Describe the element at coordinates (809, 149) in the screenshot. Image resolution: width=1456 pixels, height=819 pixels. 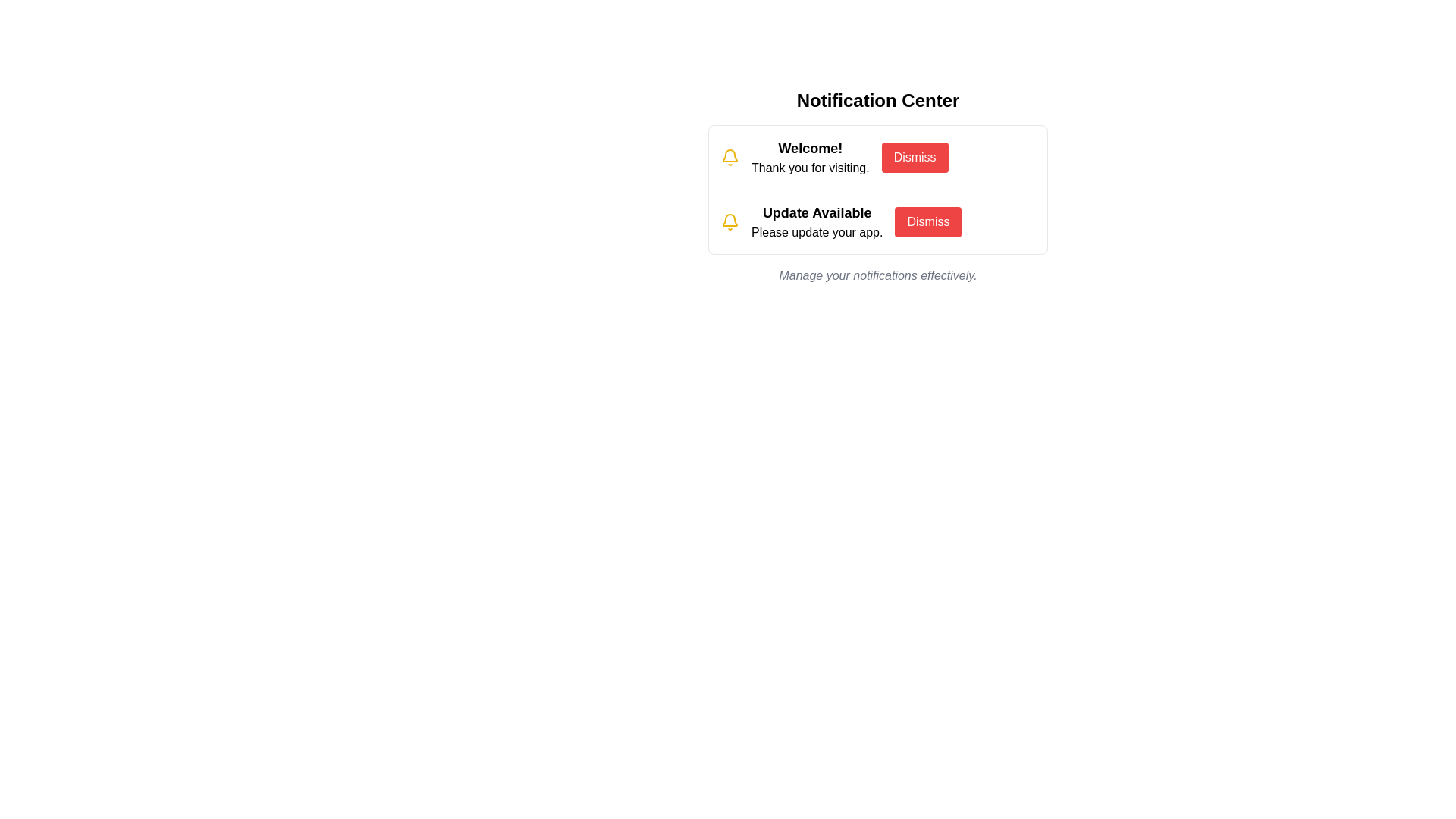
I see `the bold, large-sized text 'Welcome!' which is positioned at the top of a section within a card-like notification format` at that location.